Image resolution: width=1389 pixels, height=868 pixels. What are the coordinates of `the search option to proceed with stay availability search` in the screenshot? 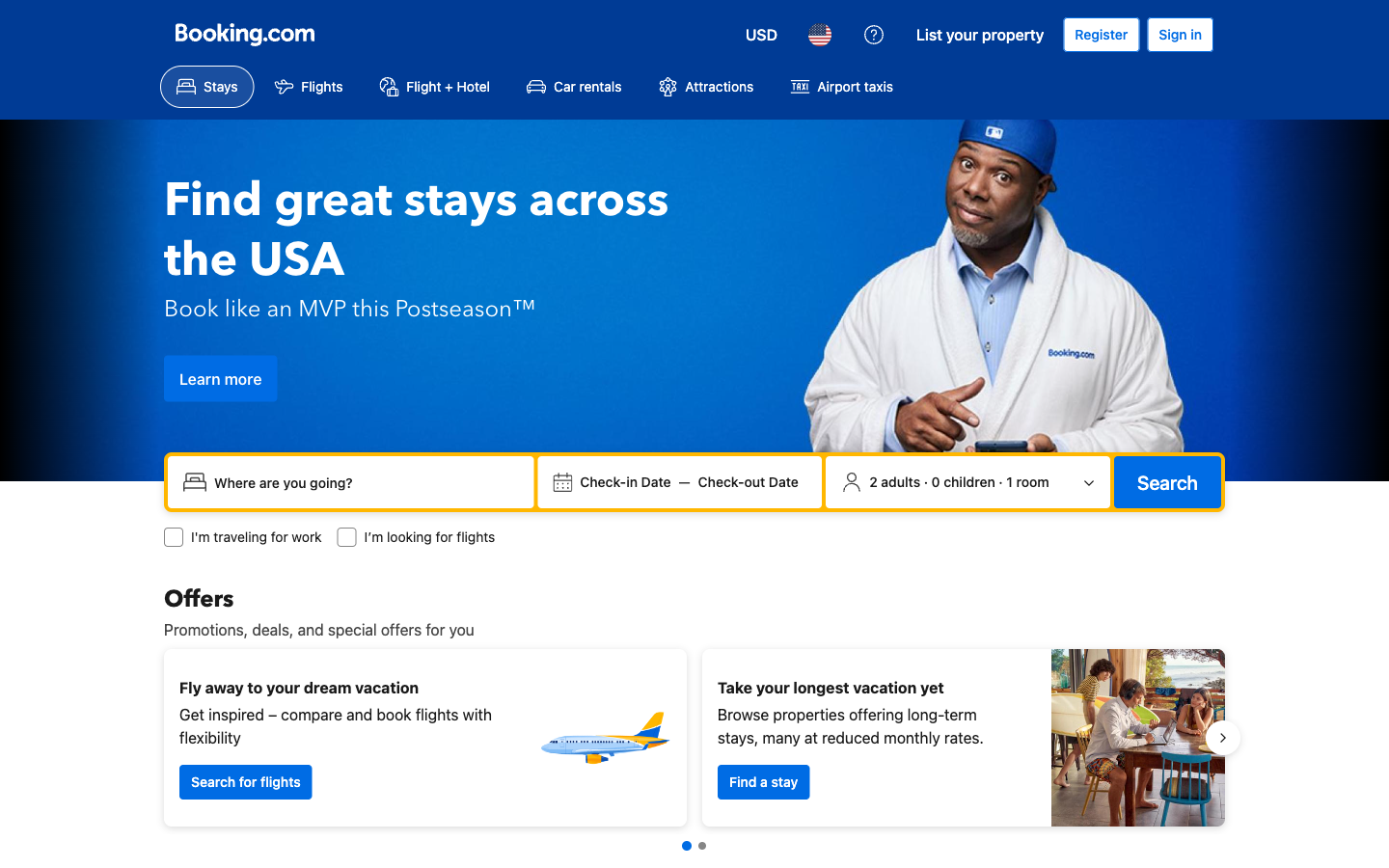 It's located at (1166, 481).